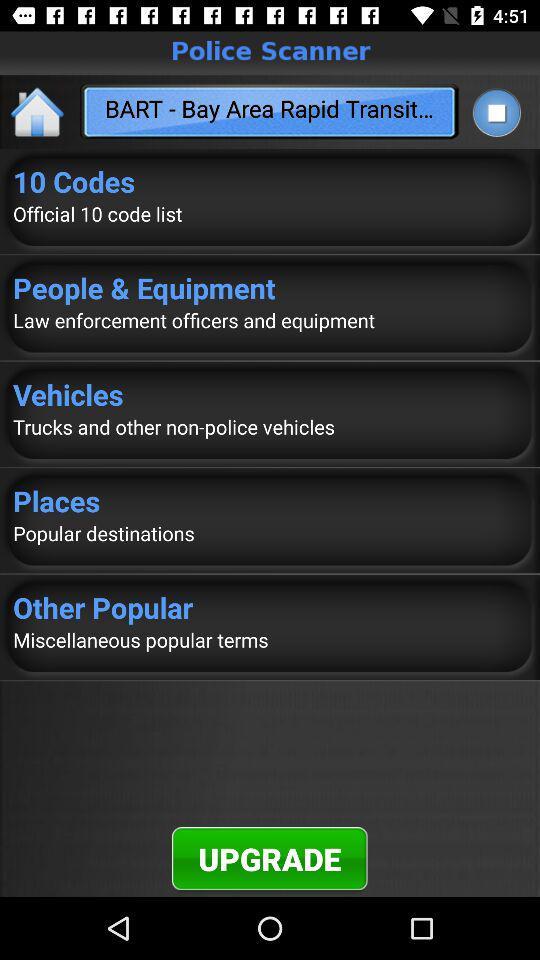  Describe the element at coordinates (495, 112) in the screenshot. I see `the item to the right of bart bay area app` at that location.